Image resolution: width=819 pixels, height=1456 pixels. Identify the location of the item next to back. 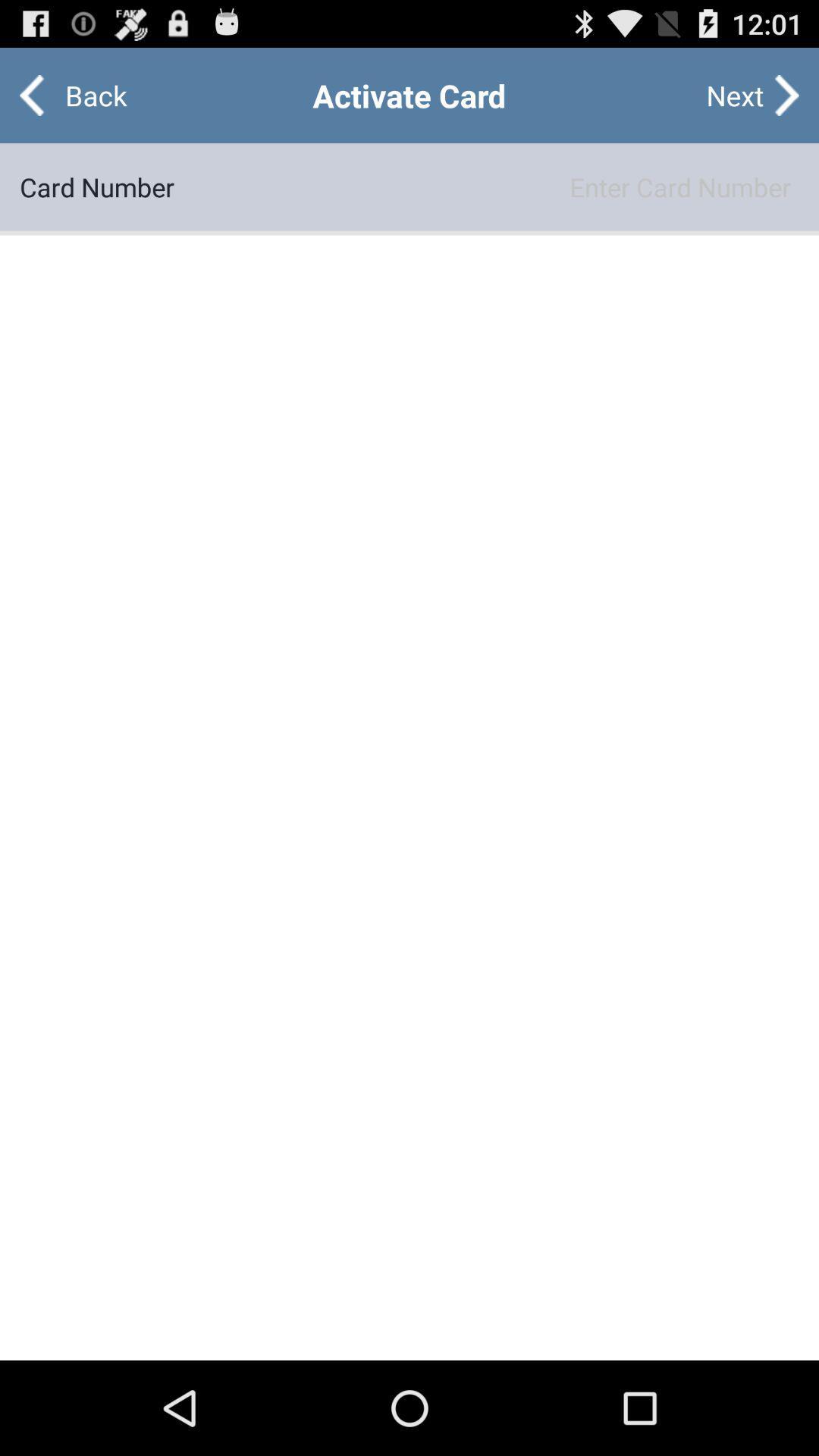
(734, 94).